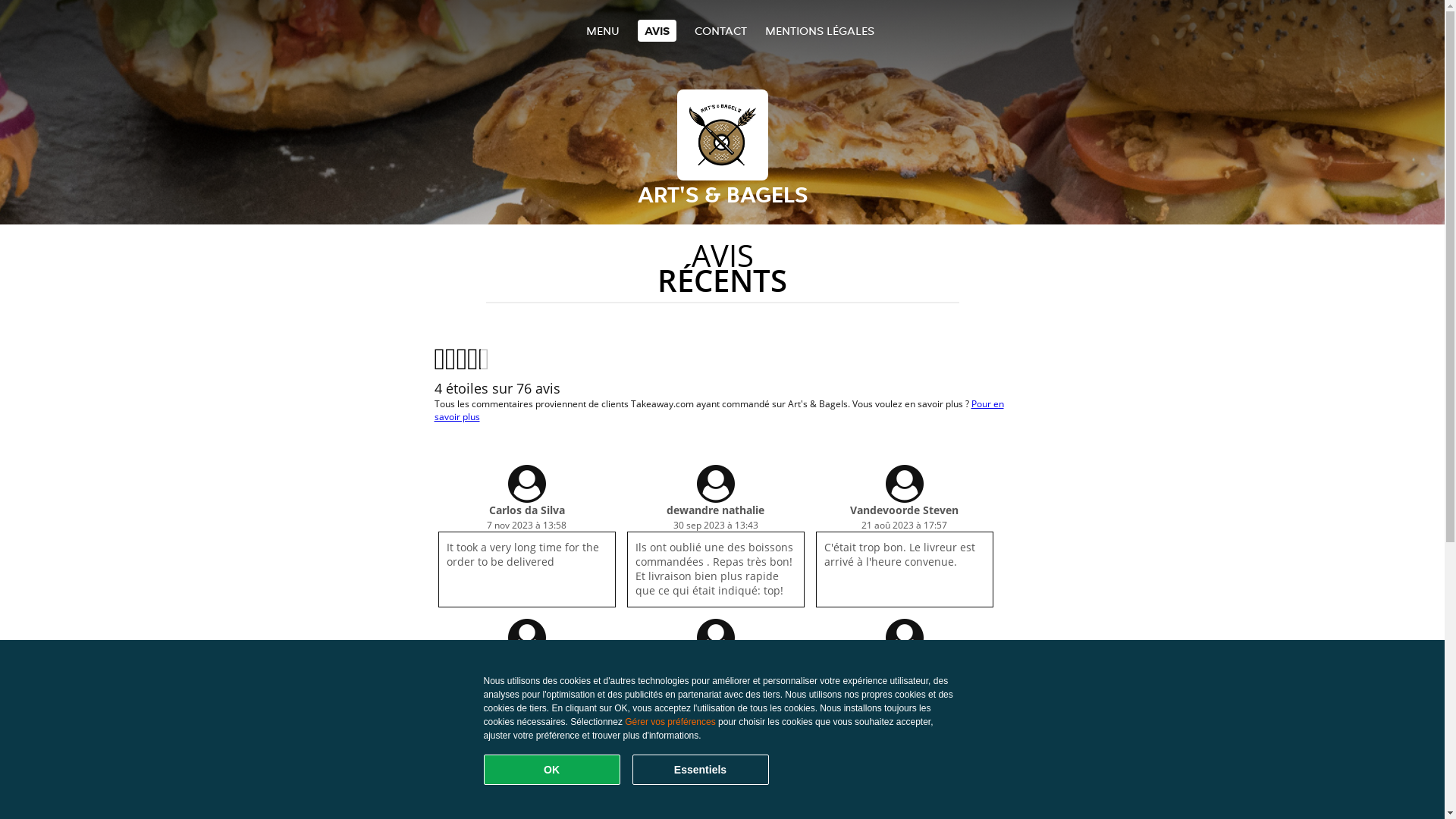 This screenshot has width=1456, height=819. Describe the element at coordinates (699, 769) in the screenshot. I see `'Essentiels'` at that location.